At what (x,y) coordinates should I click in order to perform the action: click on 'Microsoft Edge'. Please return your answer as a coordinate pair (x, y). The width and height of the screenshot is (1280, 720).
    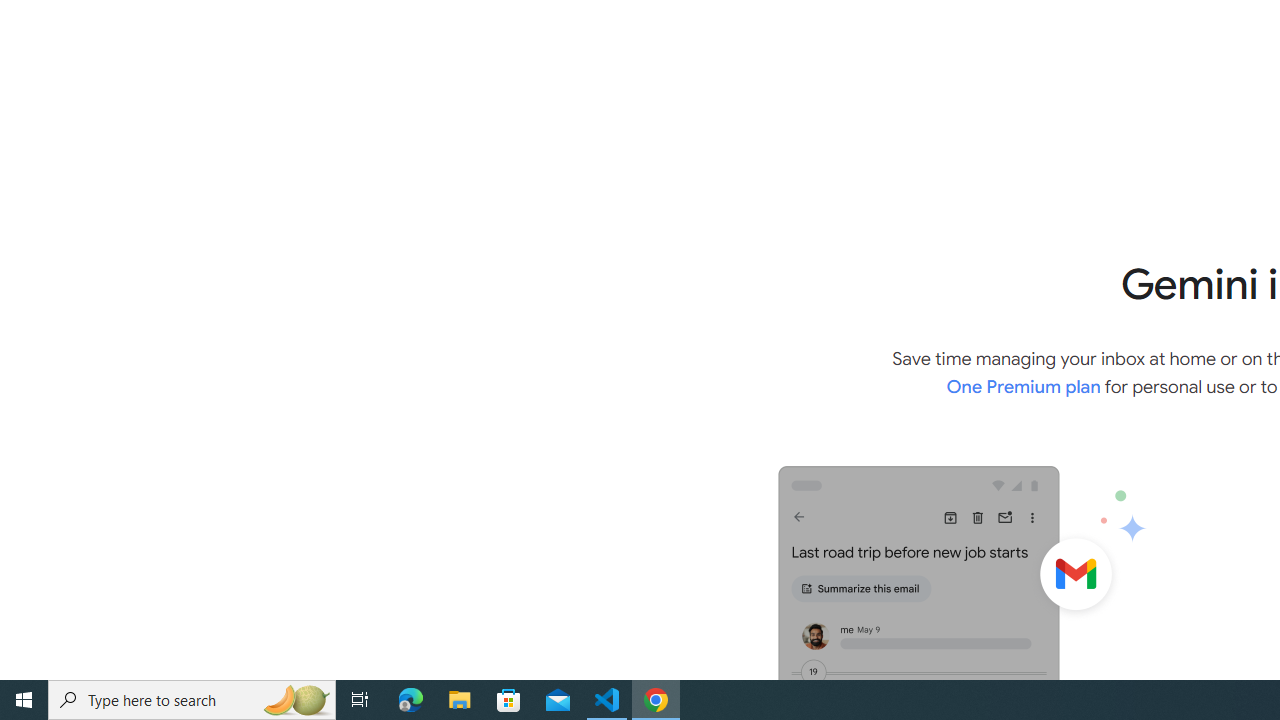
    Looking at the image, I should click on (410, 698).